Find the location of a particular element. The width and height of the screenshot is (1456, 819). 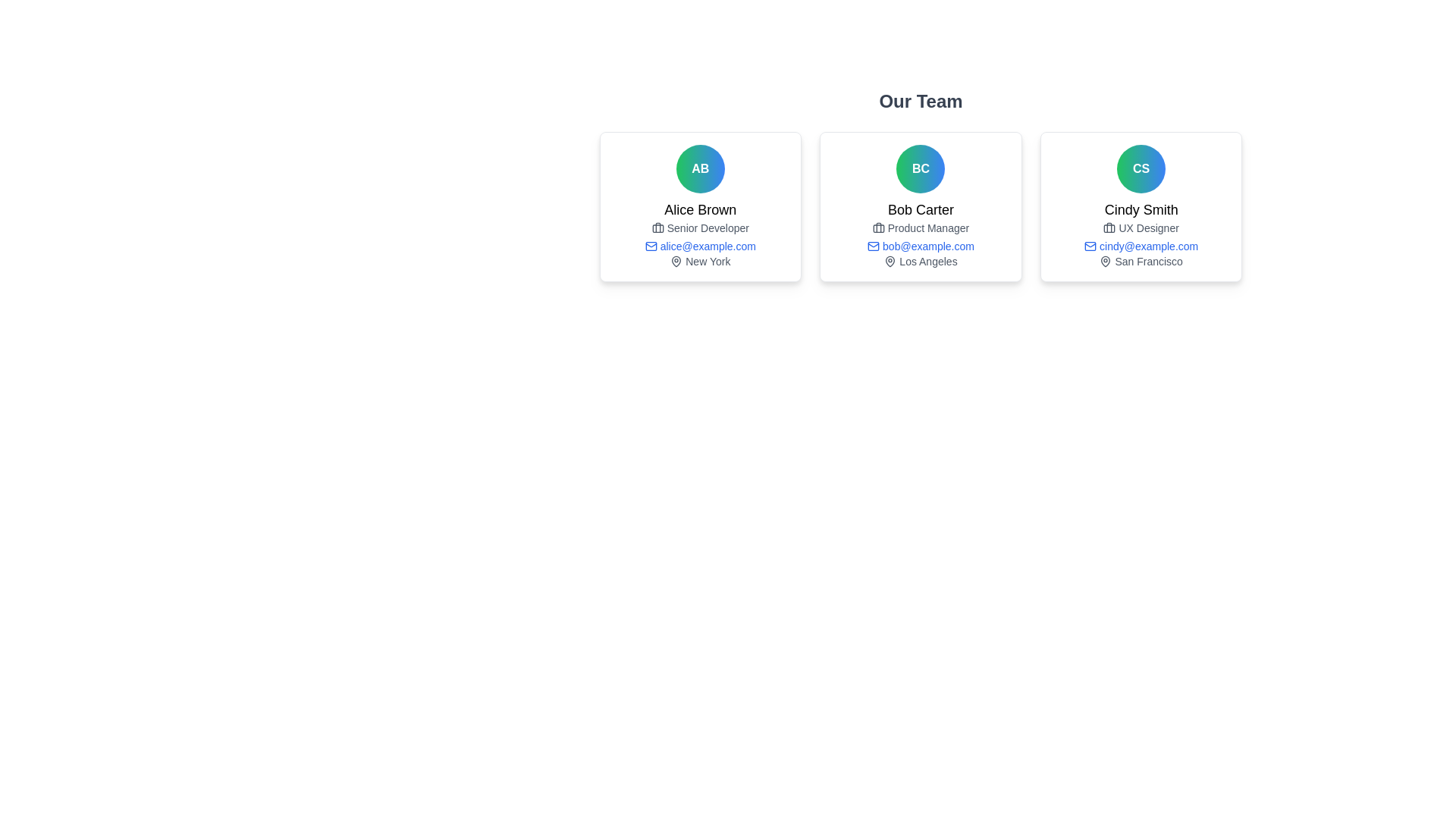

the job title label for team member Alice Brown, which is located below the name and above the email address in the left card of a three-card layout is located at coordinates (699, 227).